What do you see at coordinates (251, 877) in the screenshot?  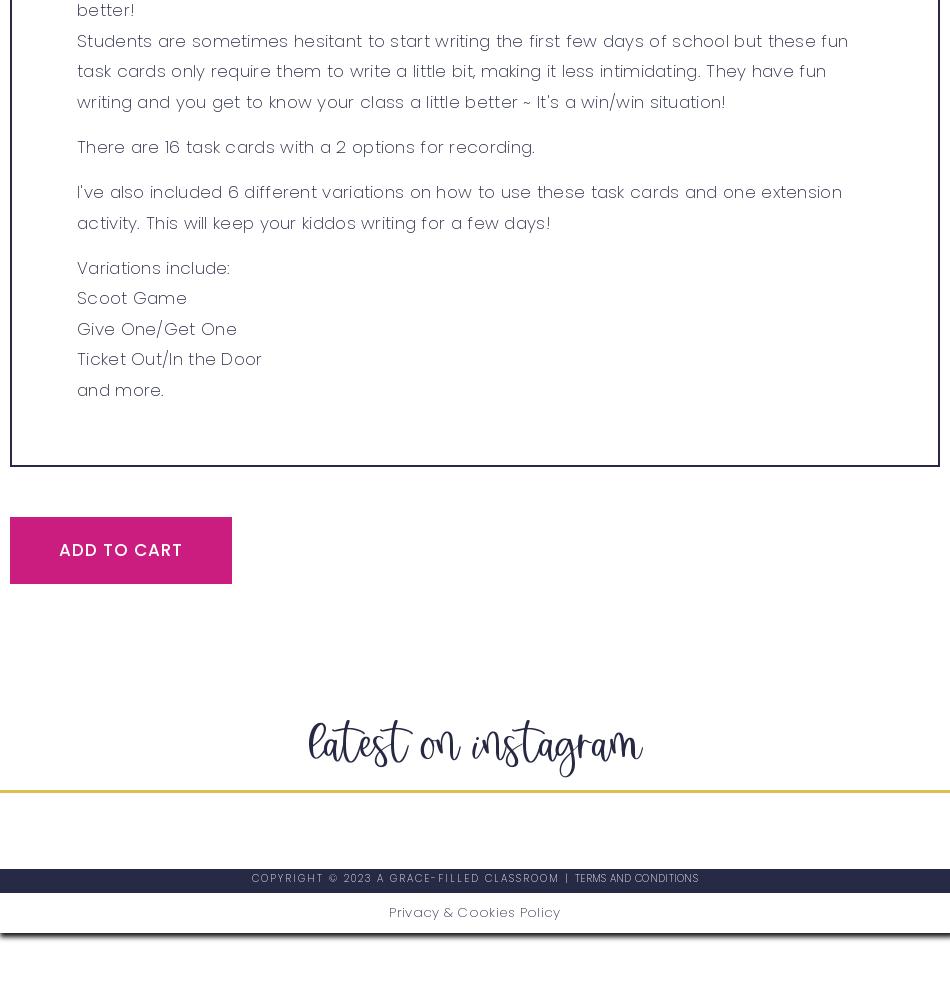 I see `'Copyright © 2023 A GRACE-FILLED CLASSROOM​ |'` at bounding box center [251, 877].